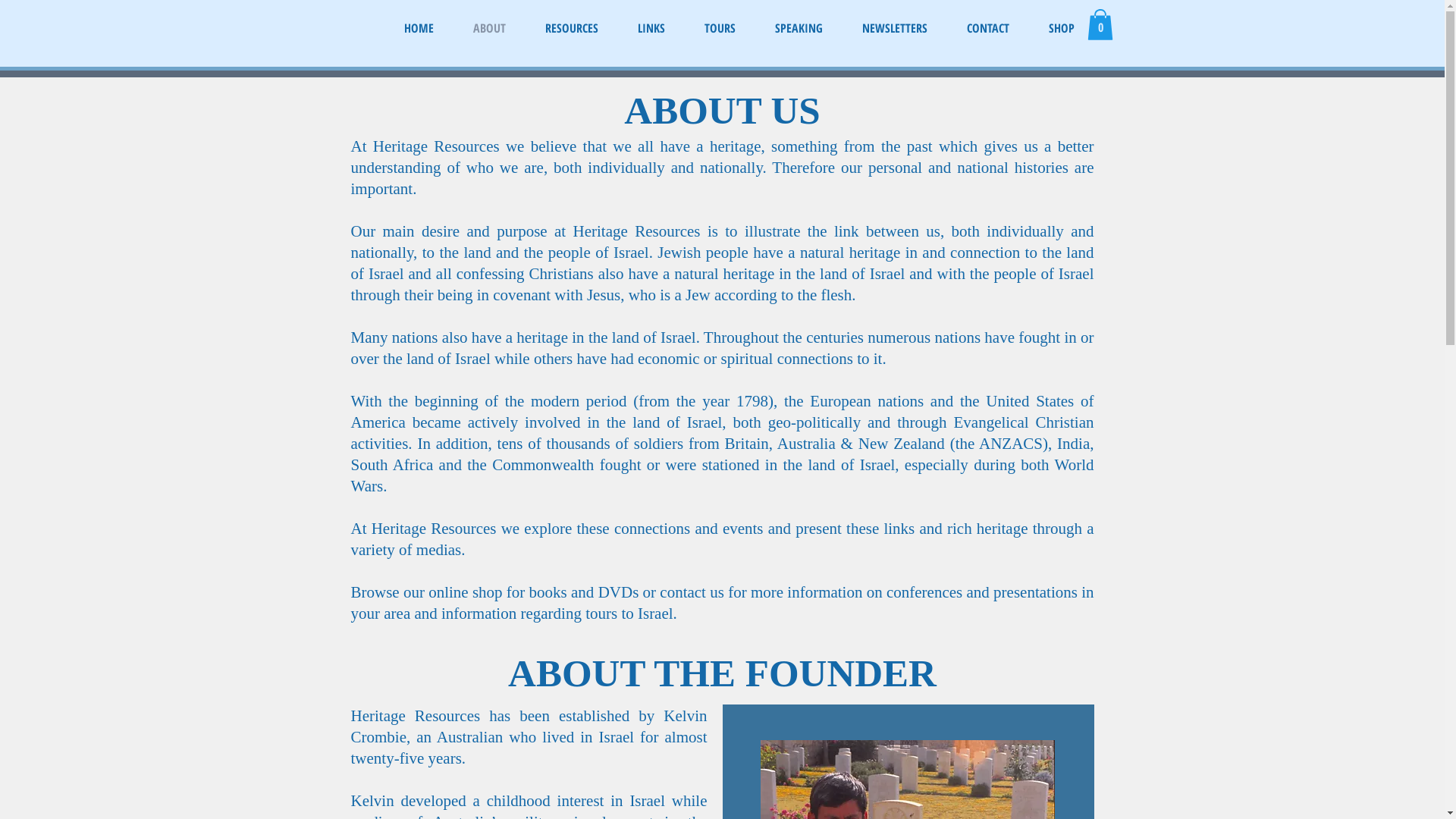  What do you see at coordinates (946, 25) in the screenshot?
I see `'CONTACT'` at bounding box center [946, 25].